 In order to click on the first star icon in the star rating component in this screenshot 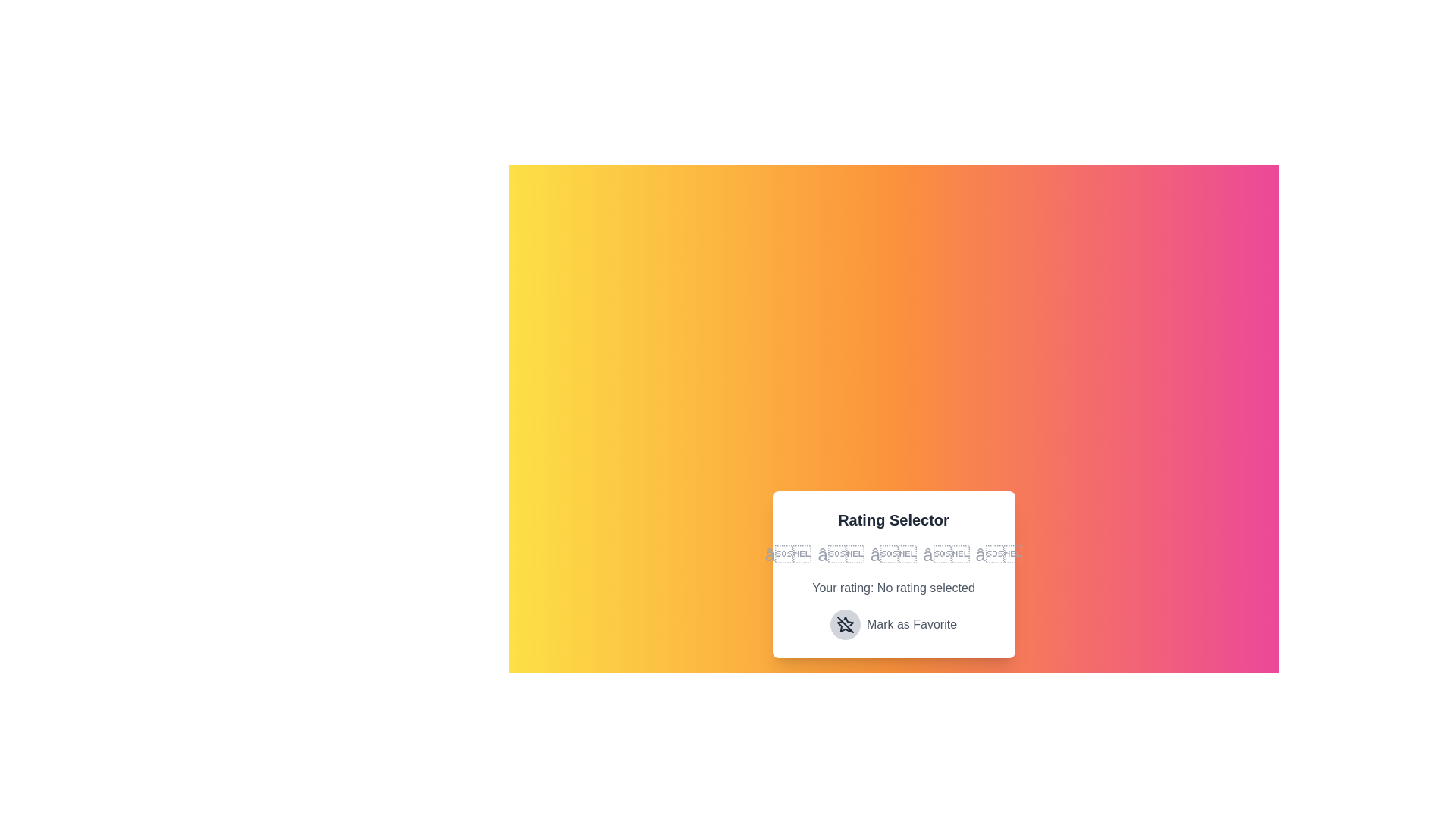, I will do `click(788, 555)`.